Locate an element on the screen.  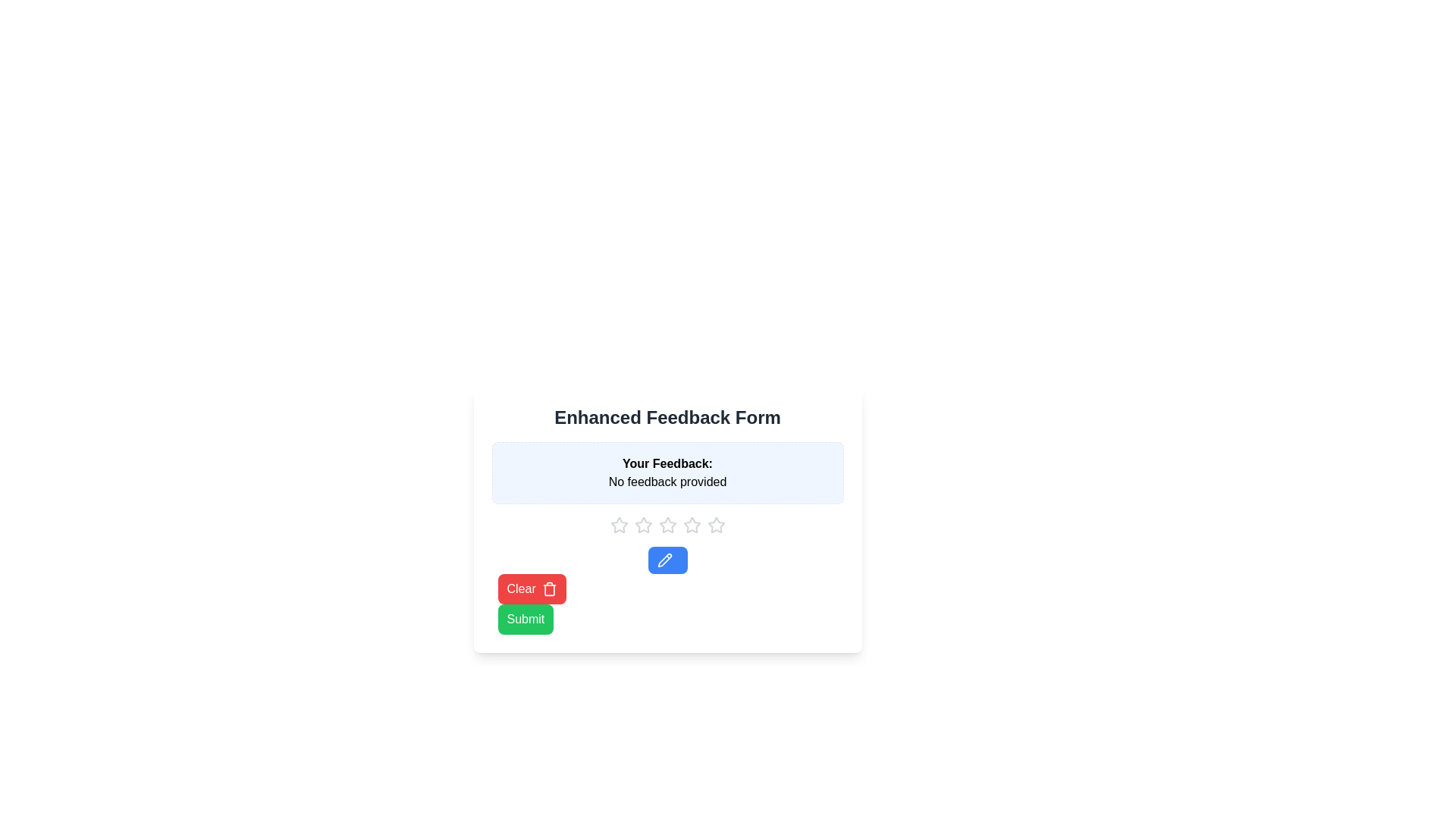
the third star icon used for rating feedback, positioned below the 'Your Feedback: No feedback provided' text area is located at coordinates (667, 524).